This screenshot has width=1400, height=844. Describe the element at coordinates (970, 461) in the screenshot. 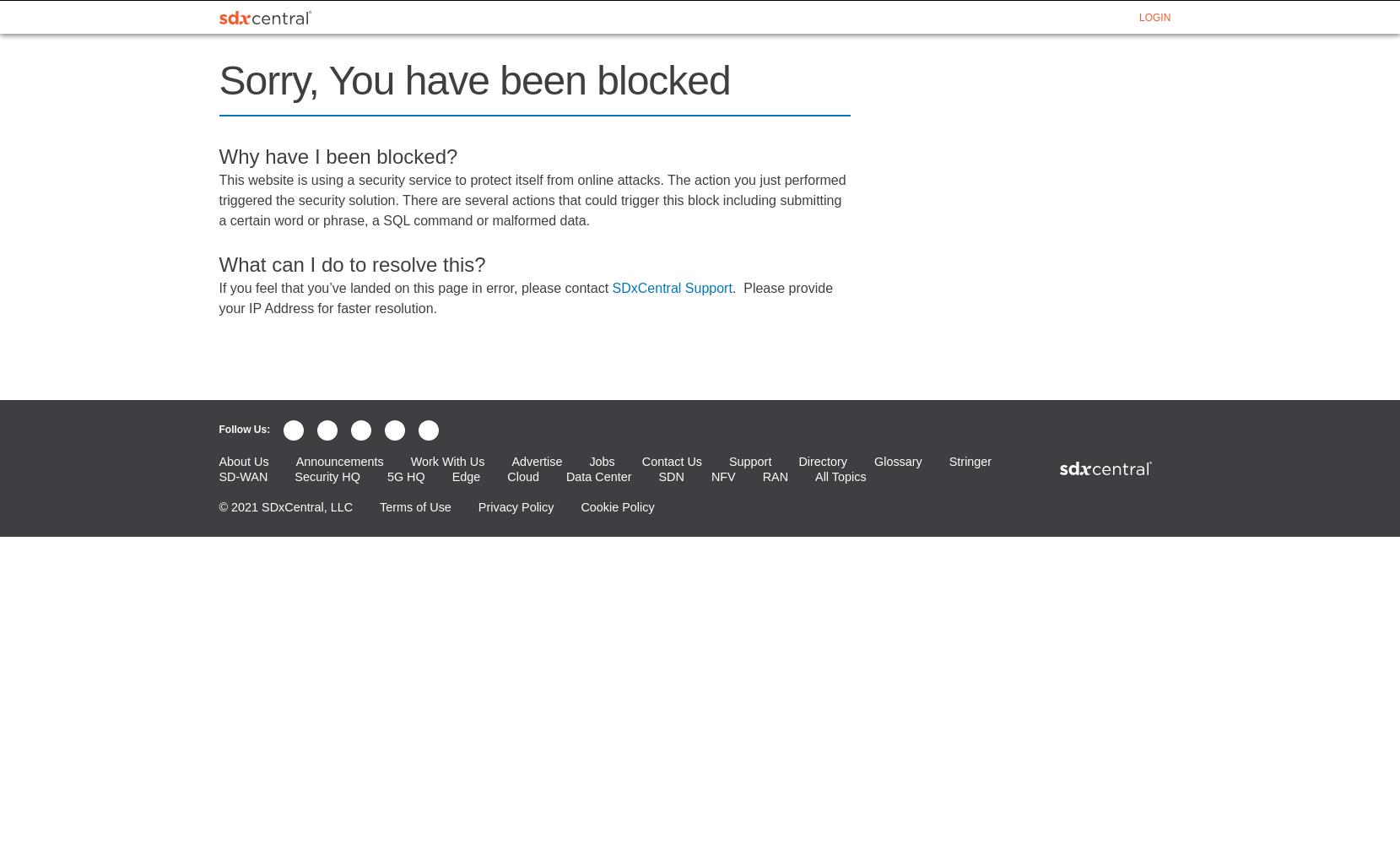

I see `'Stringer'` at that location.